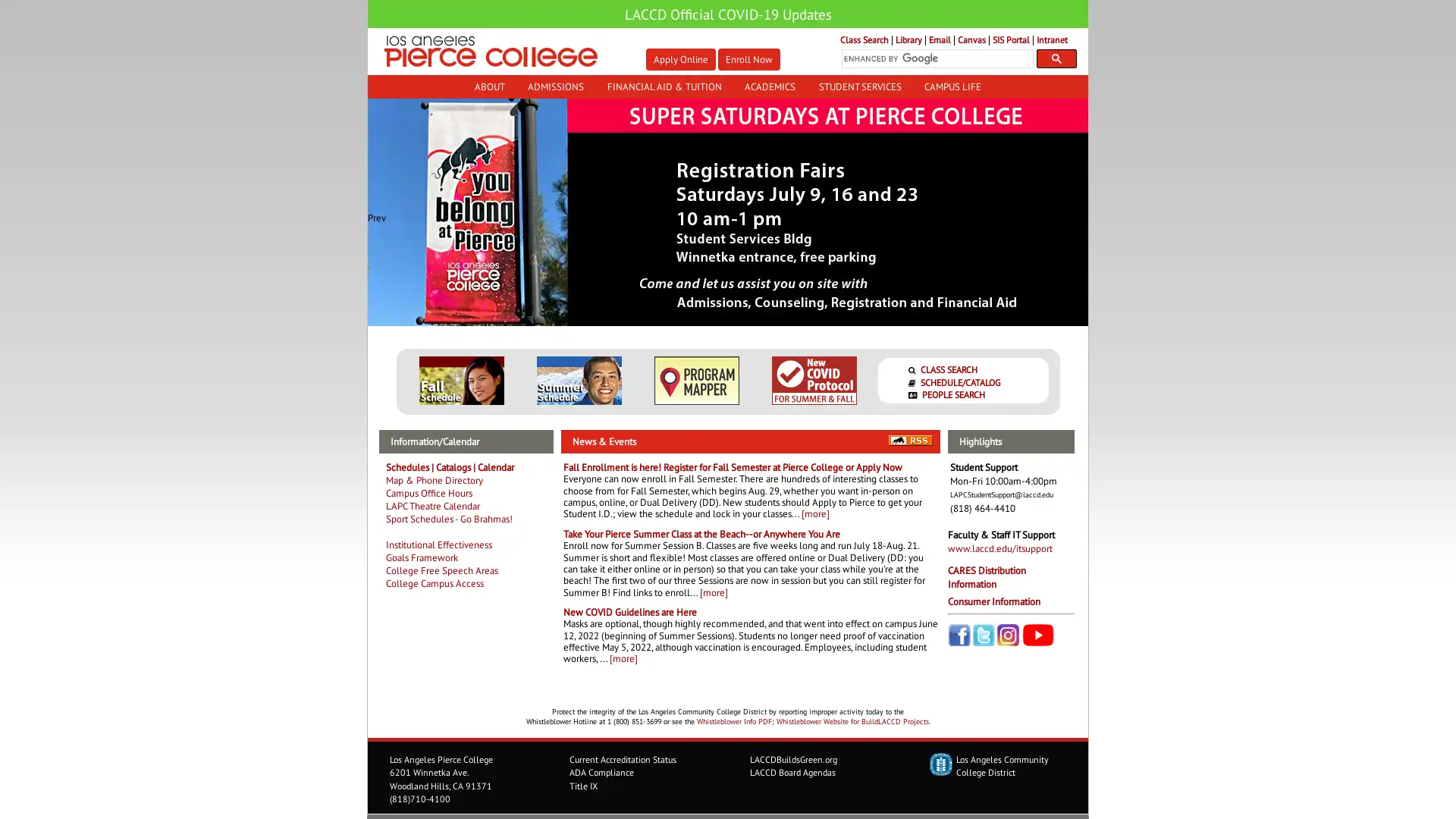 This screenshot has height=819, width=1456. Describe the element at coordinates (488, 86) in the screenshot. I see `ABOUT` at that location.